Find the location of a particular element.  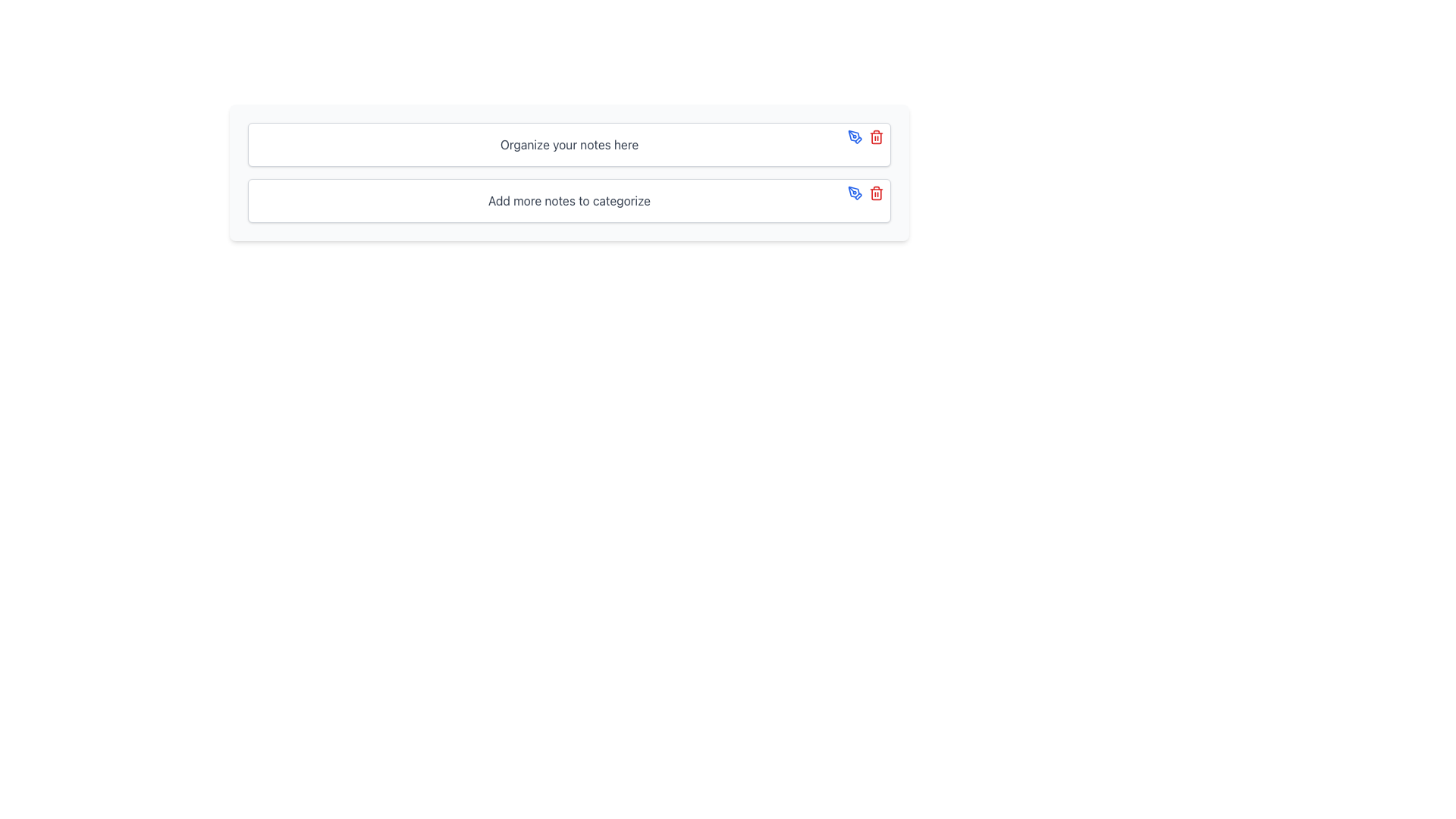

the blue pen tool icon located at the top-right corner inside the white box labeled 'Add more notes to categorize', which is the second box in a vertical list, to initiate editing is located at coordinates (866, 192).